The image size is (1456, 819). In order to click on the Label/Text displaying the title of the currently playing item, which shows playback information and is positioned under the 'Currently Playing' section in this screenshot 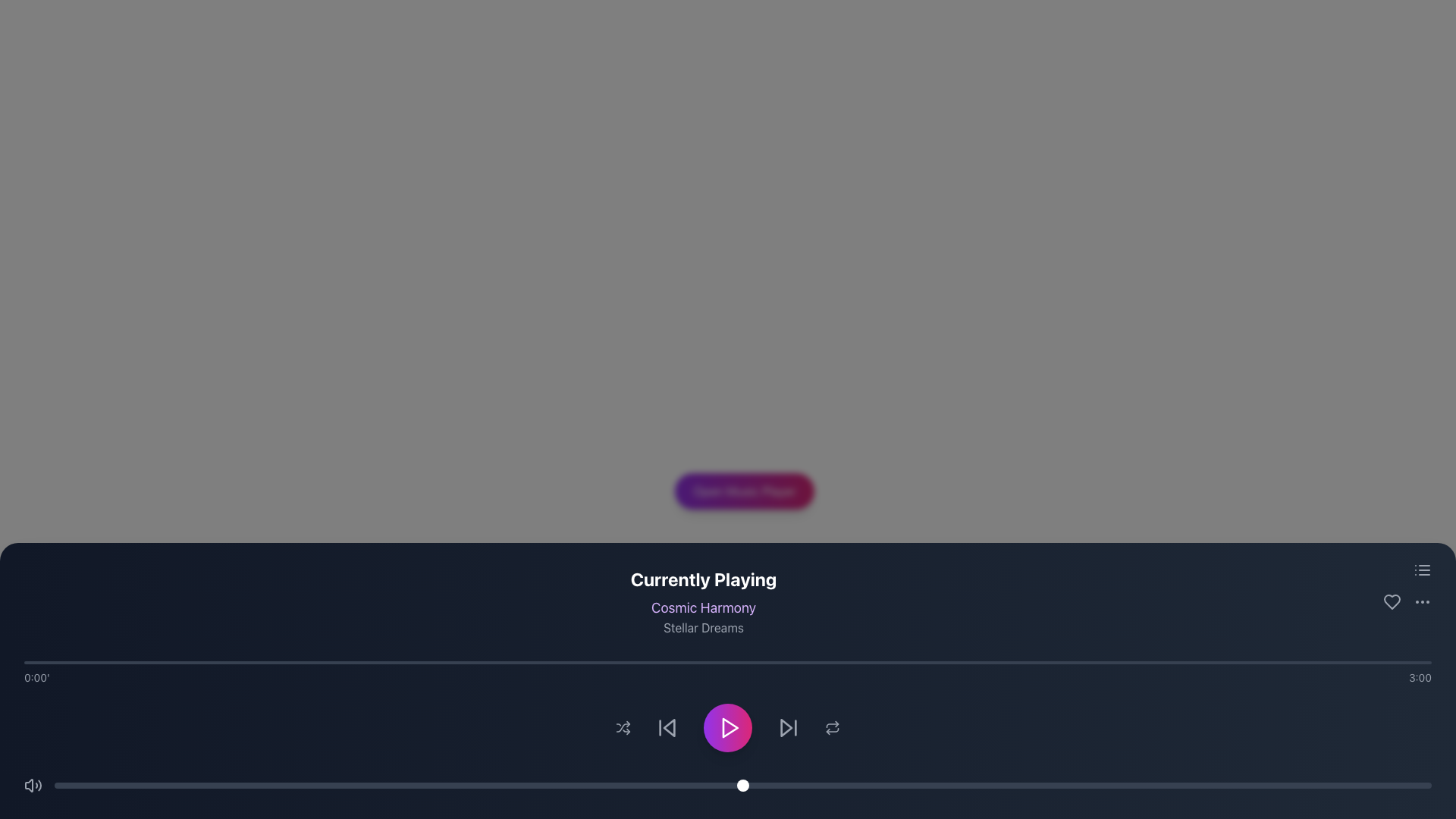, I will do `click(702, 607)`.